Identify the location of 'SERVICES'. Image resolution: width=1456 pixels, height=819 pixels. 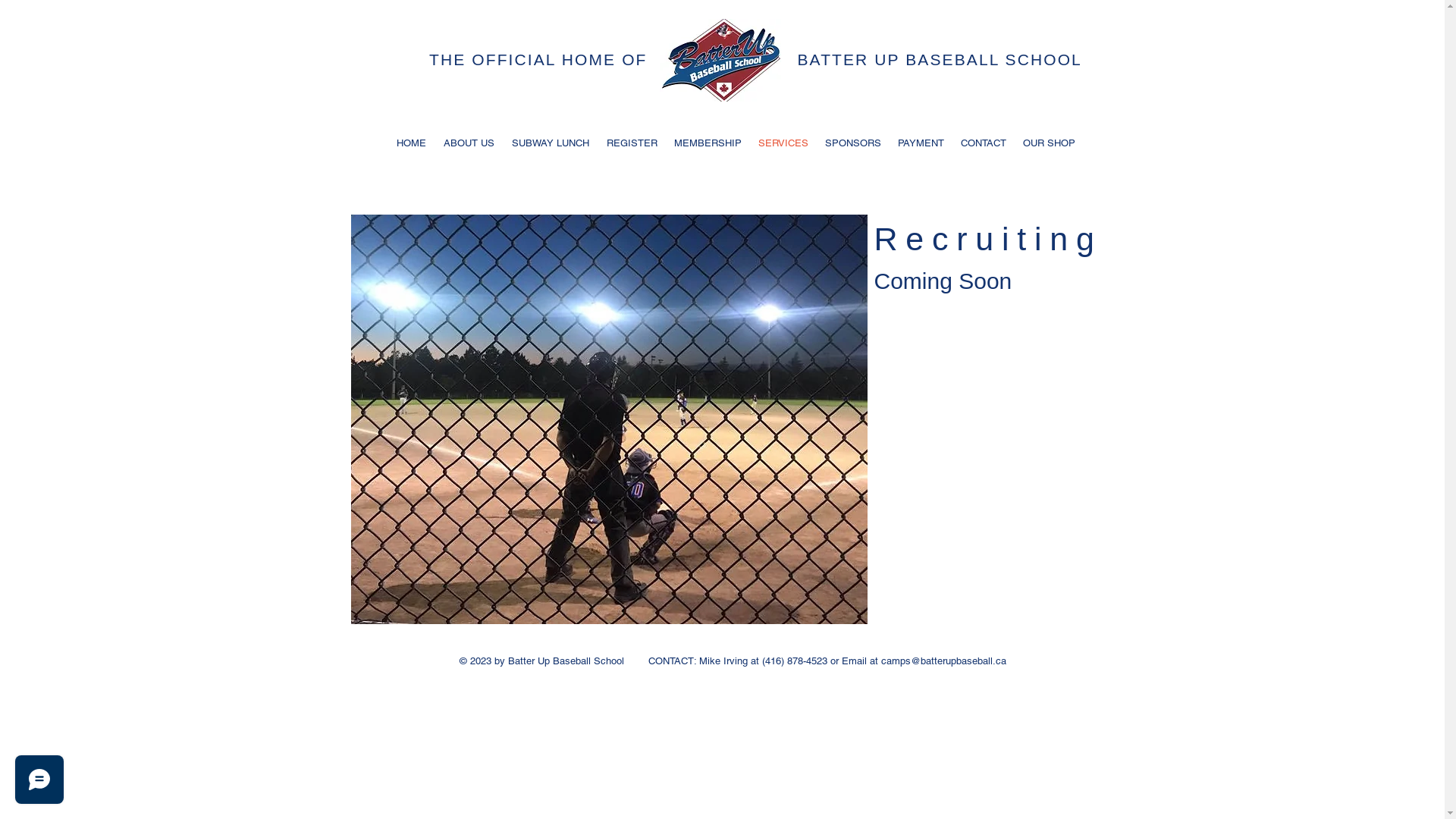
(749, 143).